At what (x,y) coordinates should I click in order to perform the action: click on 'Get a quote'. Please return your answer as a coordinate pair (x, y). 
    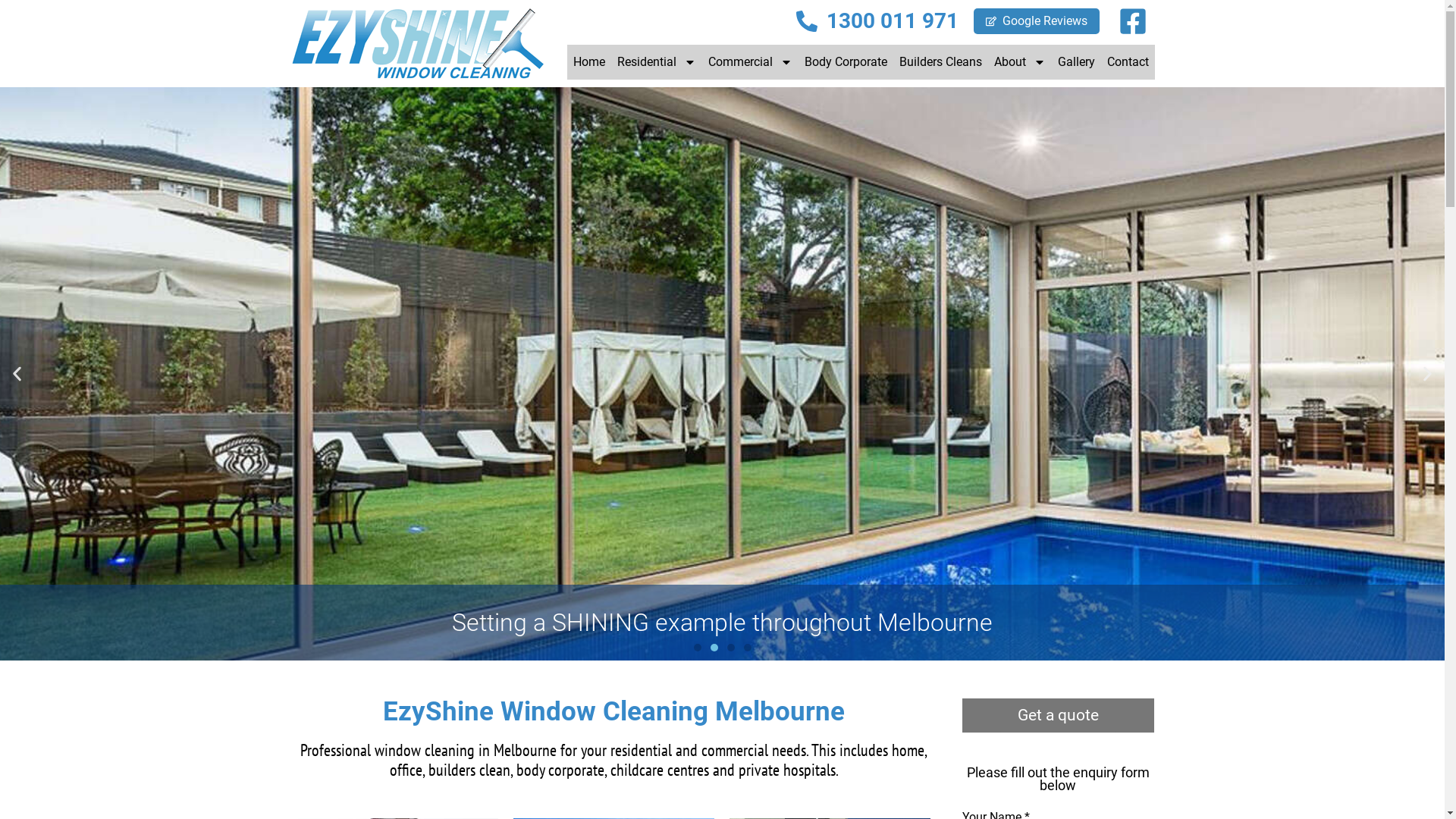
    Looking at the image, I should click on (1057, 715).